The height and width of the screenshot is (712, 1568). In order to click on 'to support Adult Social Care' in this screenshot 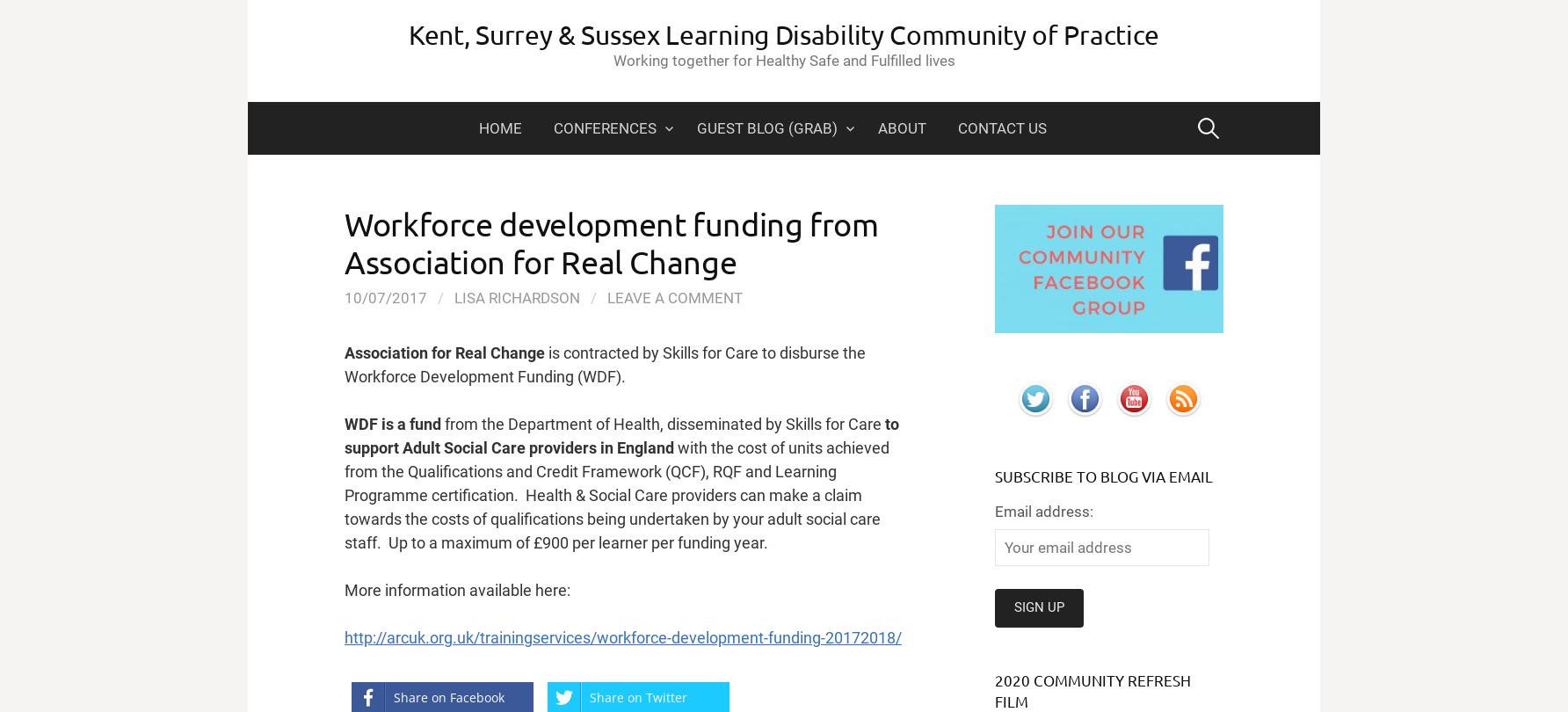, I will do `click(621, 435)`.